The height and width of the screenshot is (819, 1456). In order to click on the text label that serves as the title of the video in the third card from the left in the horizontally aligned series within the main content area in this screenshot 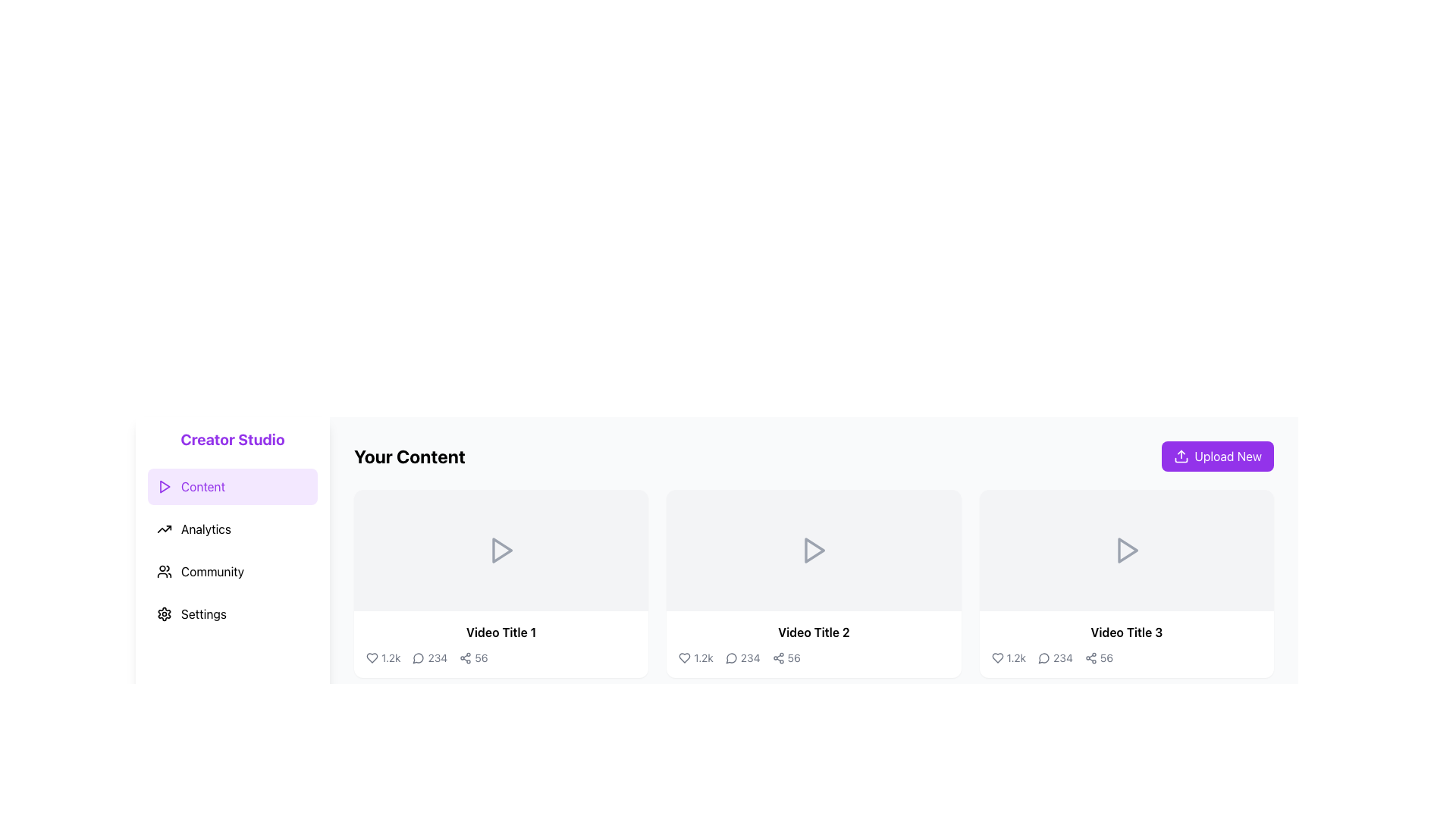, I will do `click(1126, 632)`.